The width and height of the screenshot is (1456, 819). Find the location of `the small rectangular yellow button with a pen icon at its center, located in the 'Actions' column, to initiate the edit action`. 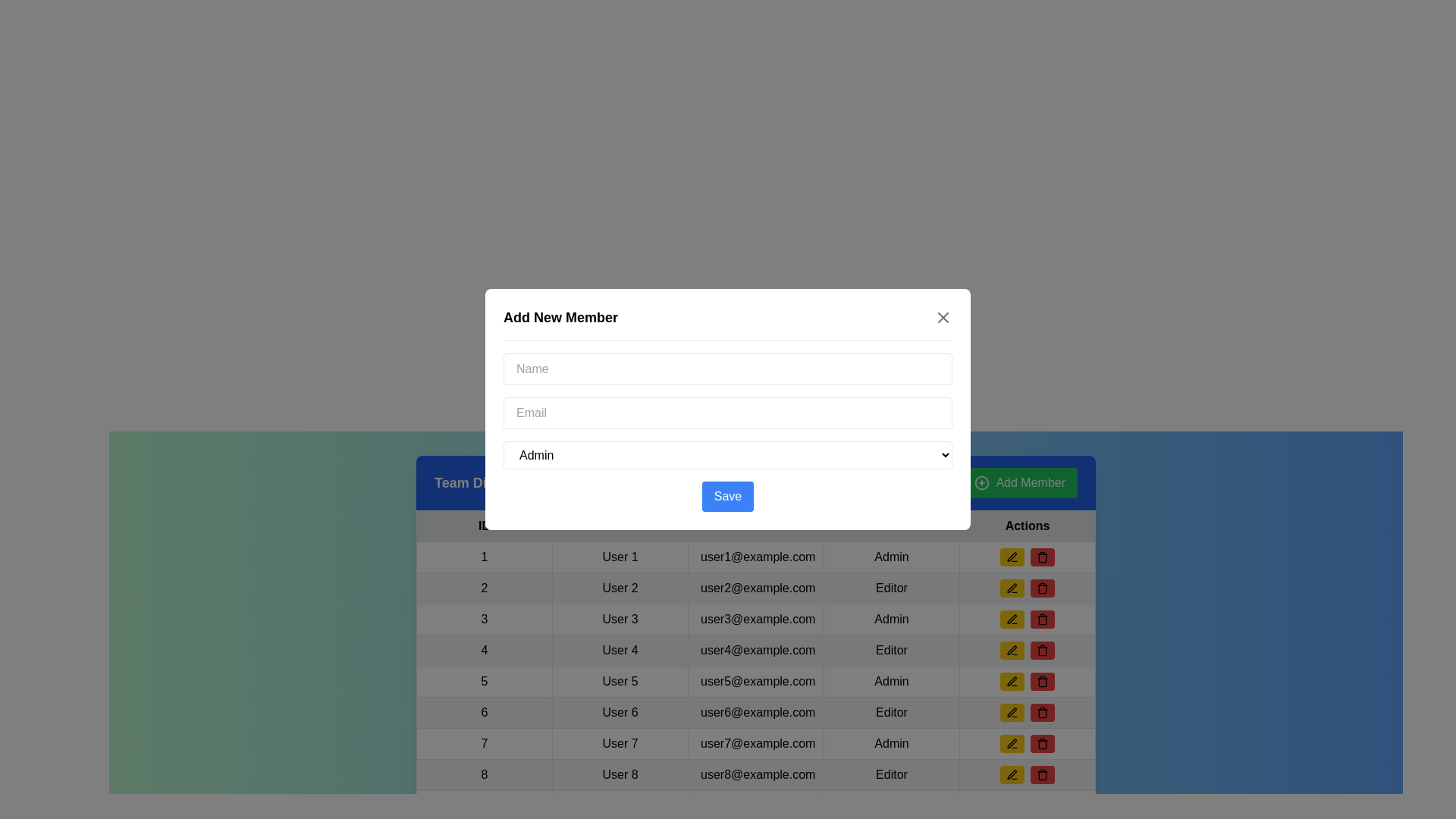

the small rectangular yellow button with a pen icon at its center, located in the 'Actions' column, to initiate the edit action is located at coordinates (1012, 587).